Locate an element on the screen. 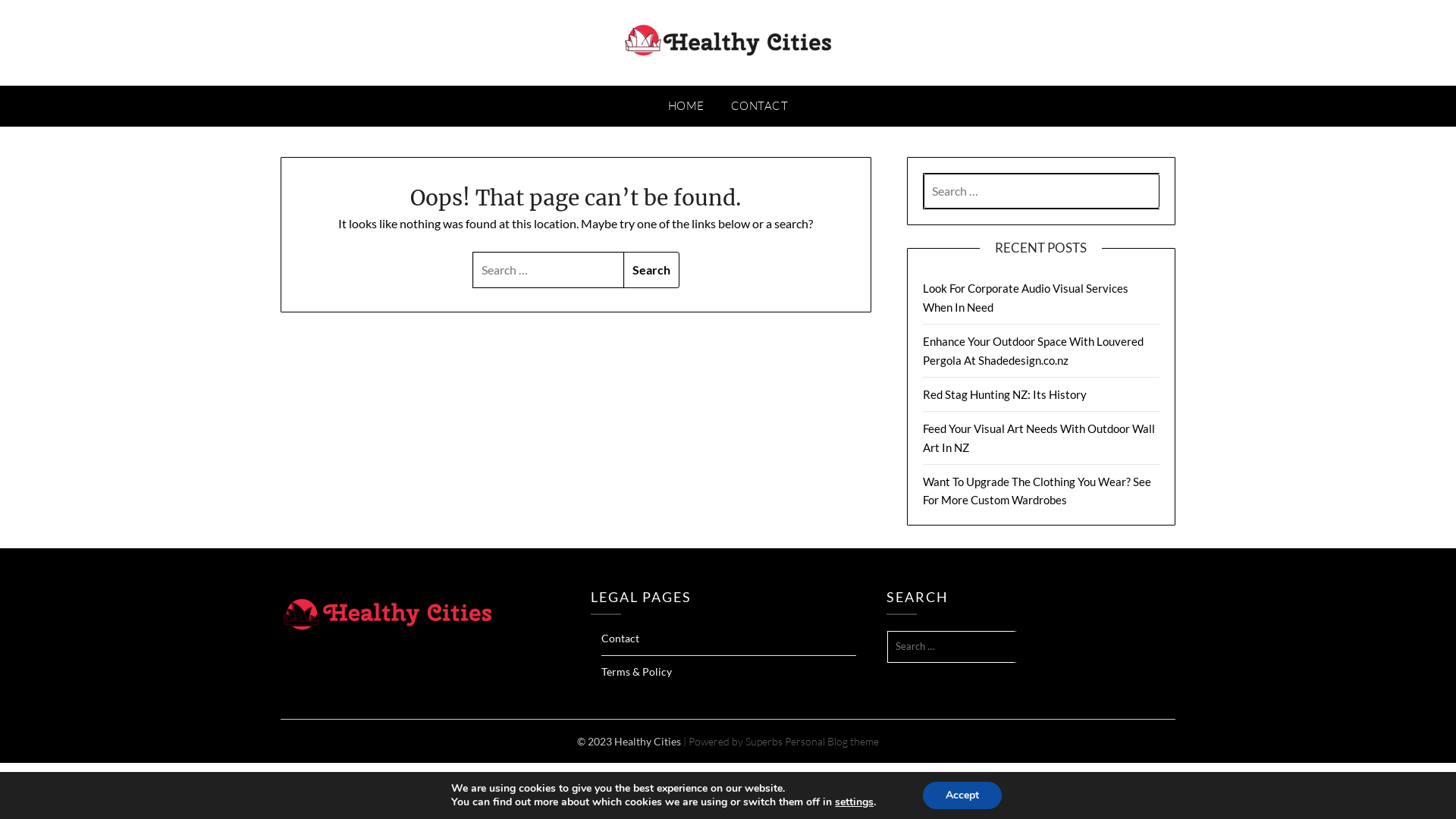  'HOME' is located at coordinates (686, 105).